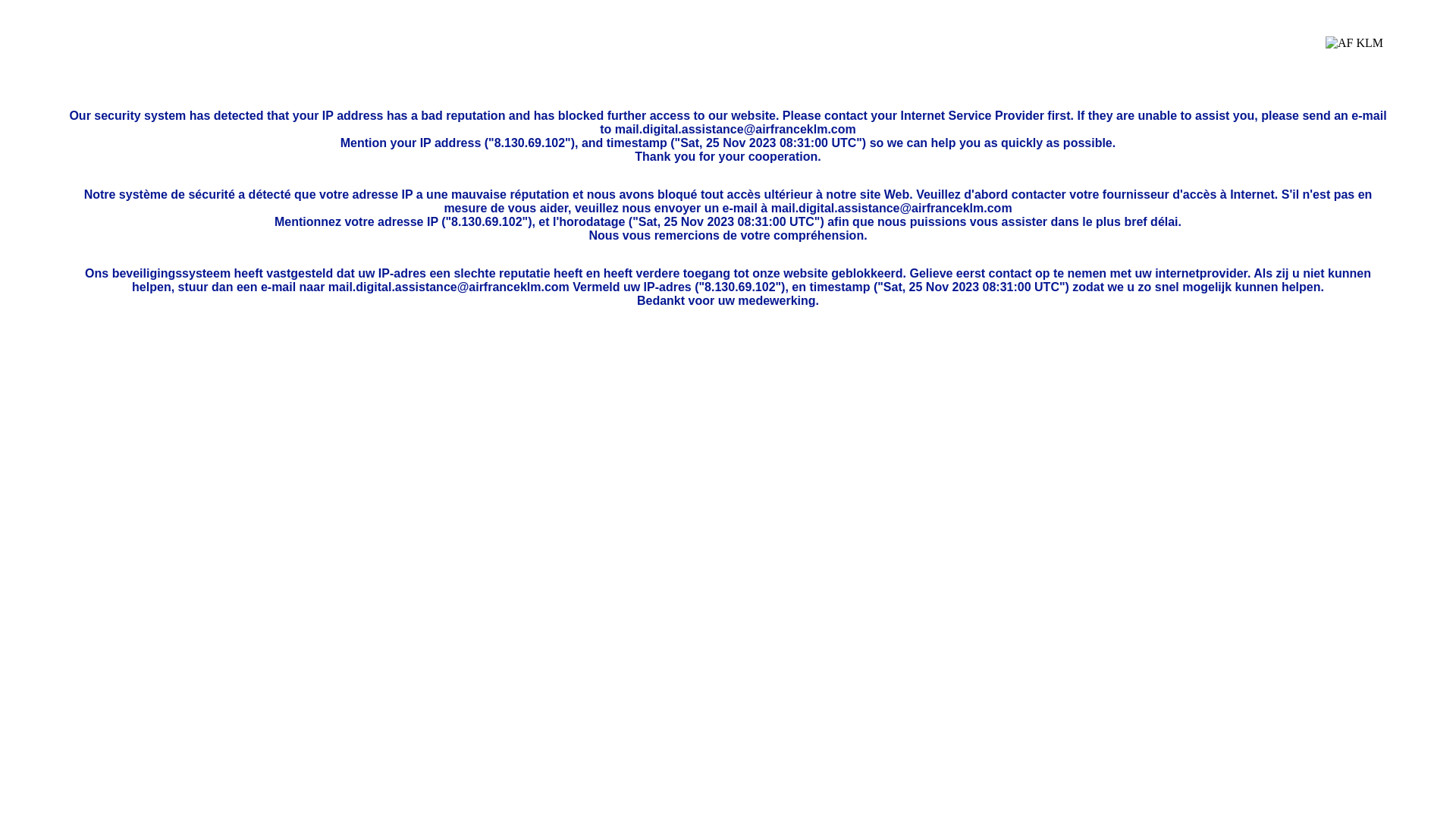 This screenshot has height=819, width=1456. What do you see at coordinates (1354, 54) in the screenshot?
I see `'AF KLM'` at bounding box center [1354, 54].